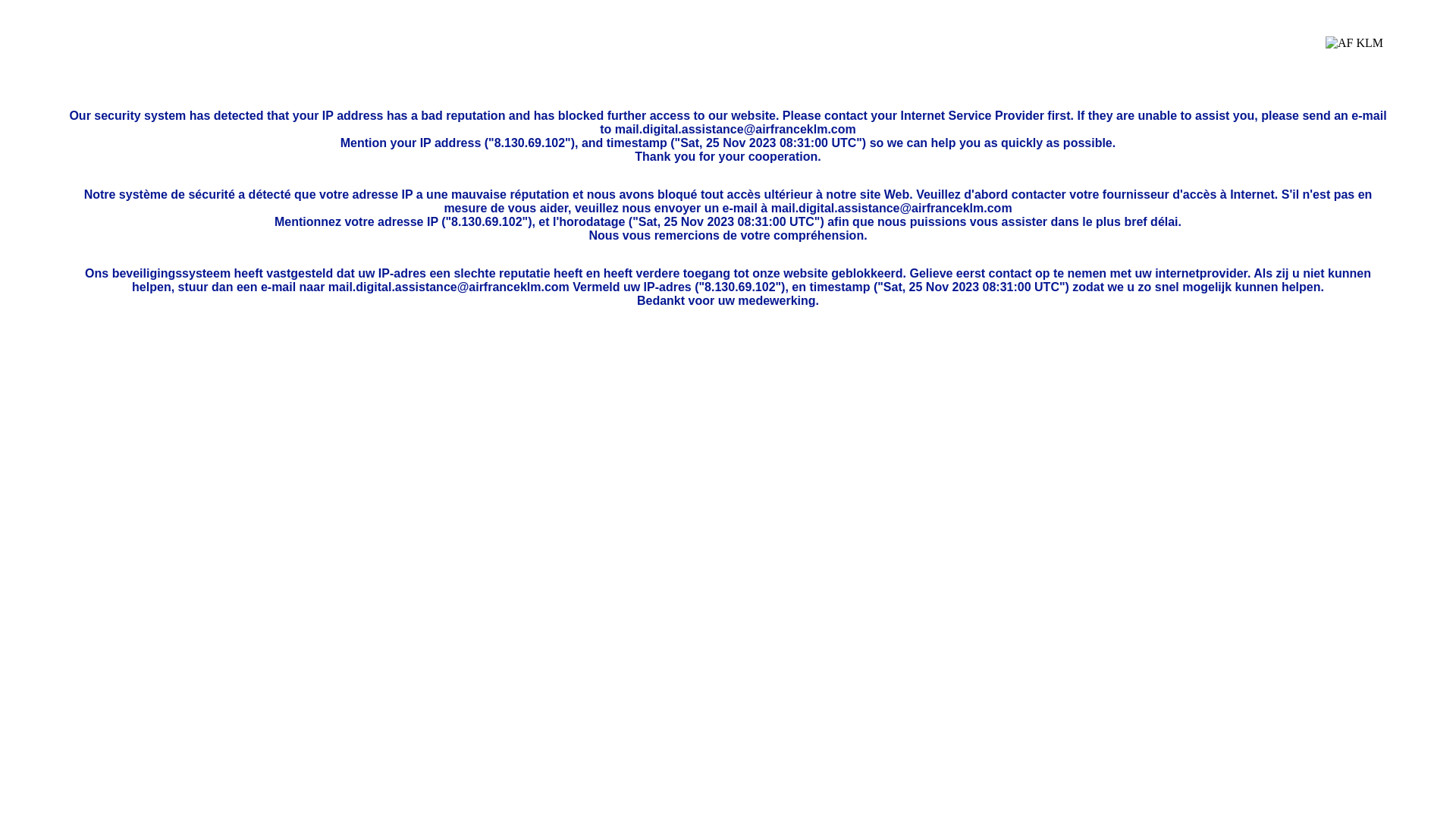 This screenshot has height=819, width=1456. What do you see at coordinates (1354, 54) in the screenshot?
I see `'AF KLM'` at bounding box center [1354, 54].